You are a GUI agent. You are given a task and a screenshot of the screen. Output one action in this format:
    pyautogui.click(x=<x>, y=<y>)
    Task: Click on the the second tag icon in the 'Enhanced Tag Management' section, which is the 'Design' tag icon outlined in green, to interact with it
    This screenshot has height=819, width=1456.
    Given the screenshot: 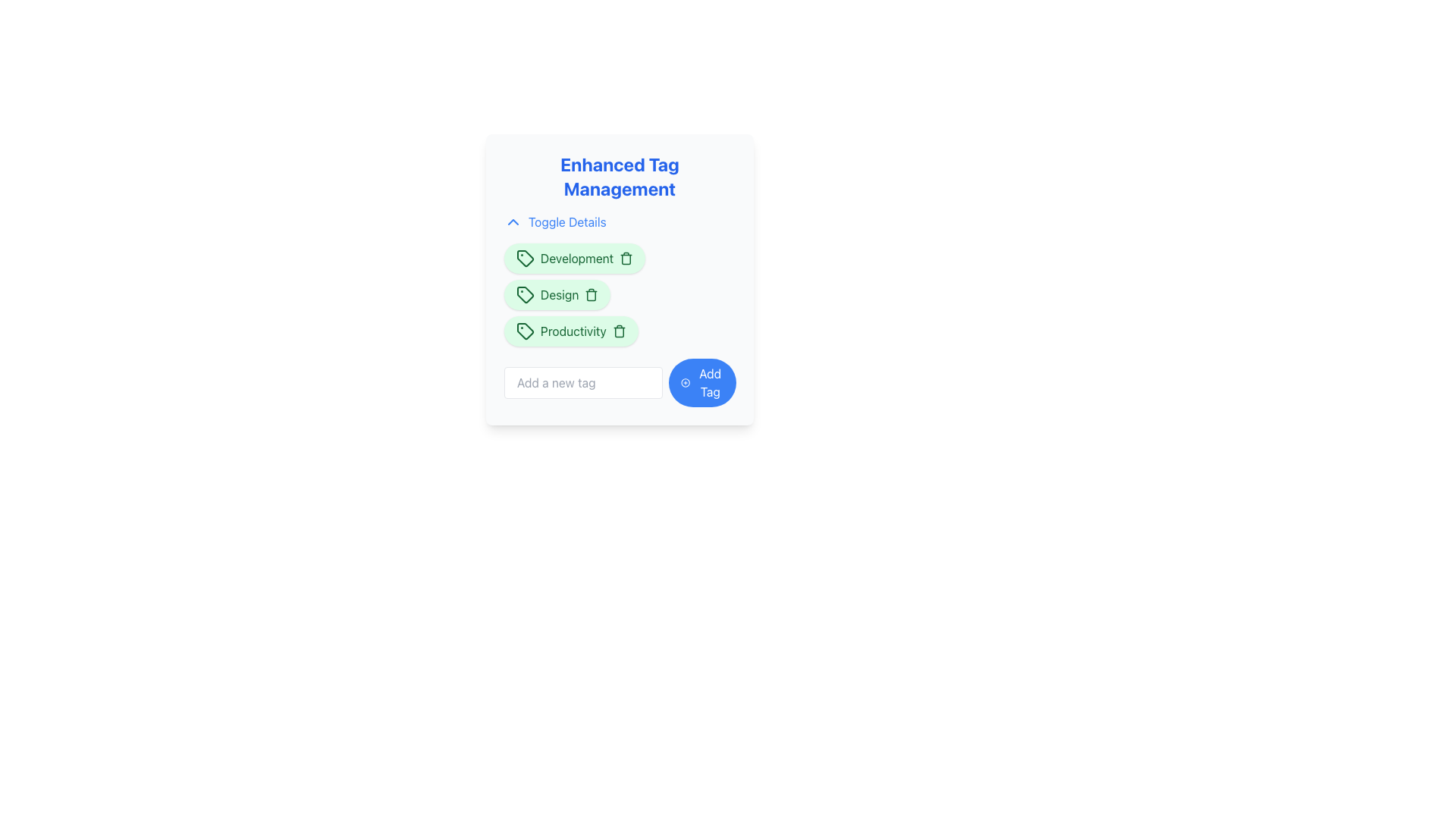 What is the action you would take?
    pyautogui.click(x=525, y=295)
    